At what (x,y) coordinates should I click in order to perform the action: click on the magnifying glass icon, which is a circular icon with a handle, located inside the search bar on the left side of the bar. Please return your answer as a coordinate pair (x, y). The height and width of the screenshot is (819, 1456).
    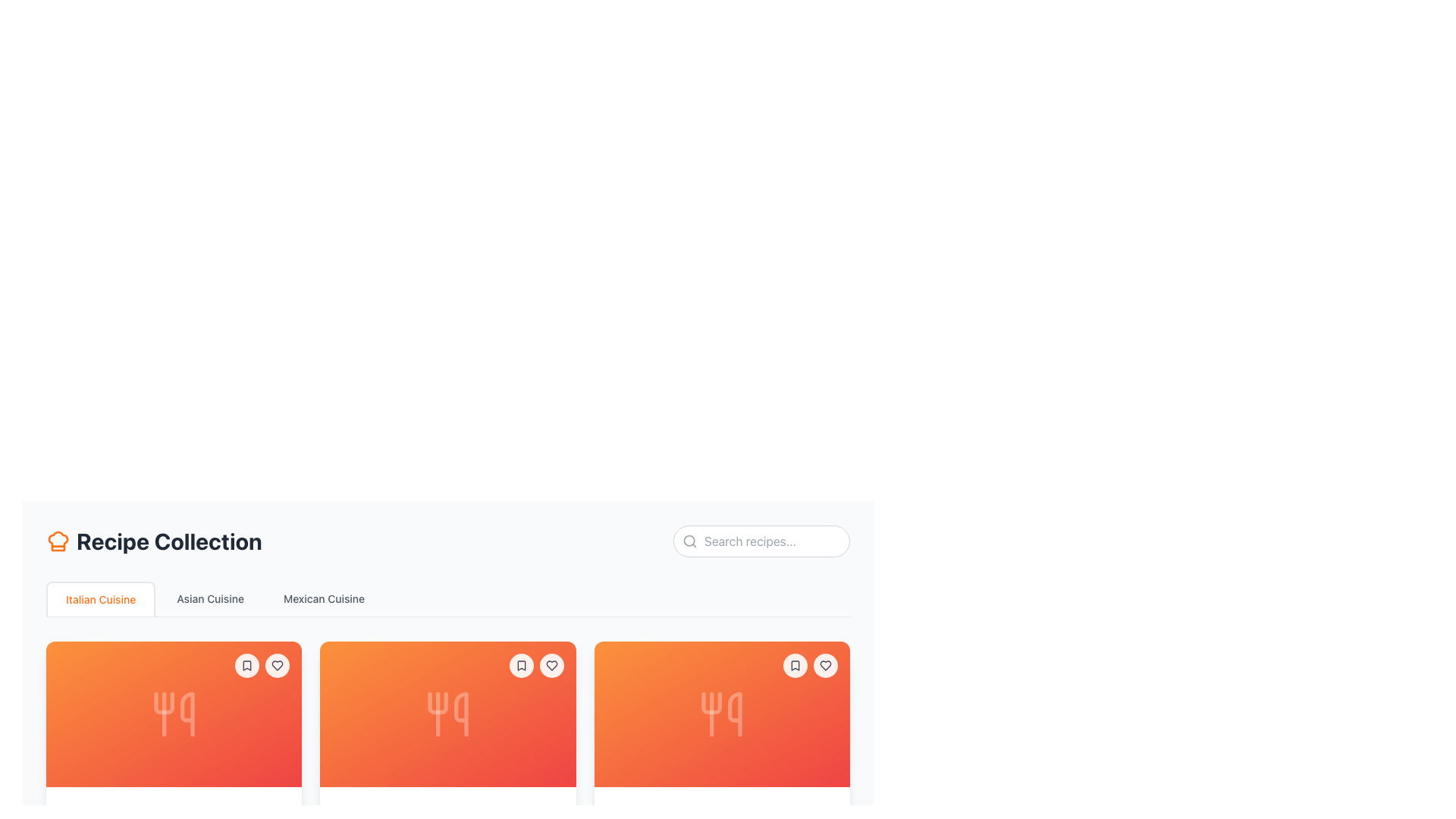
    Looking at the image, I should click on (689, 540).